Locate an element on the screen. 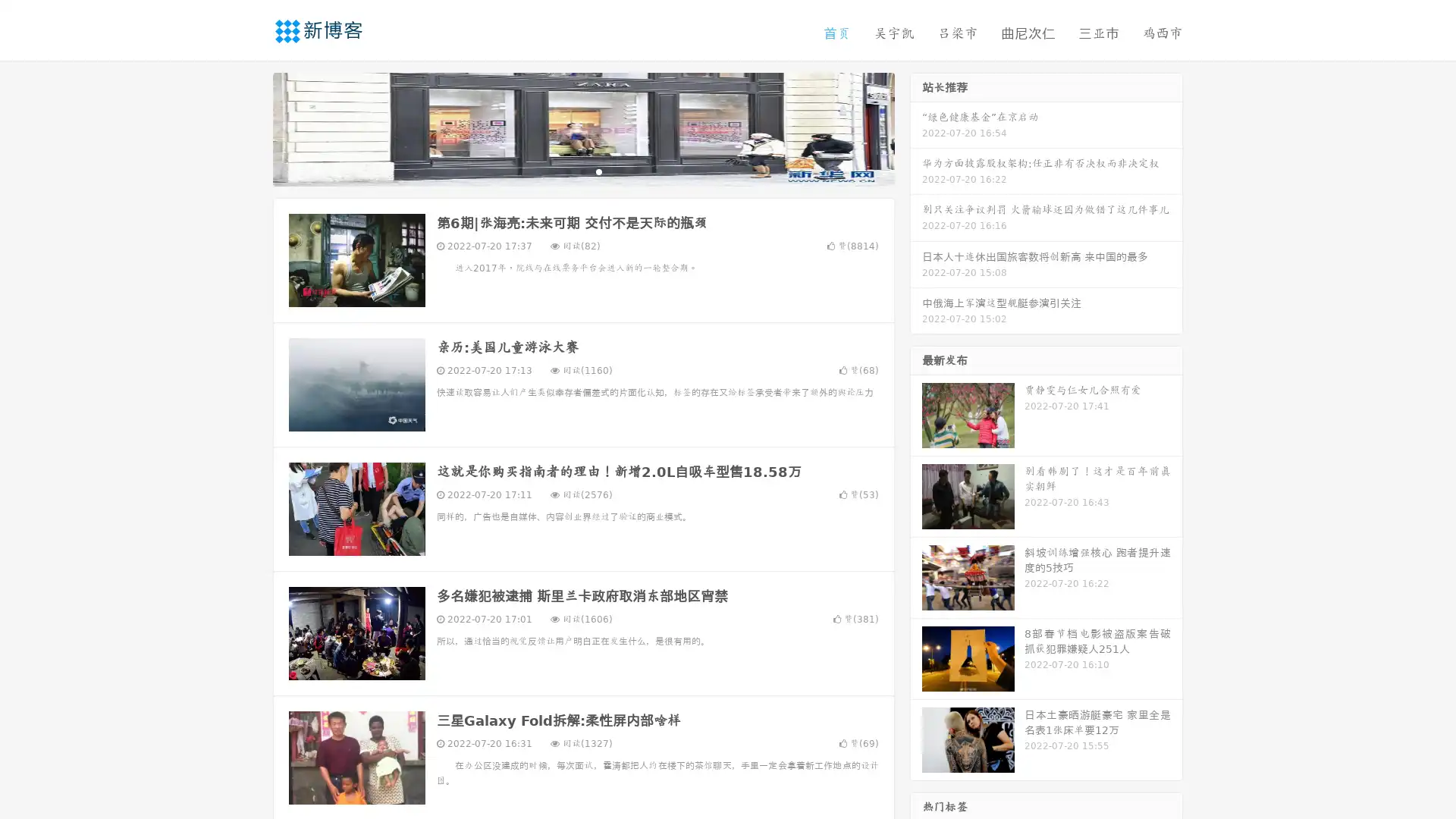 The height and width of the screenshot is (819, 1456). Go to slide 2 is located at coordinates (582, 171).